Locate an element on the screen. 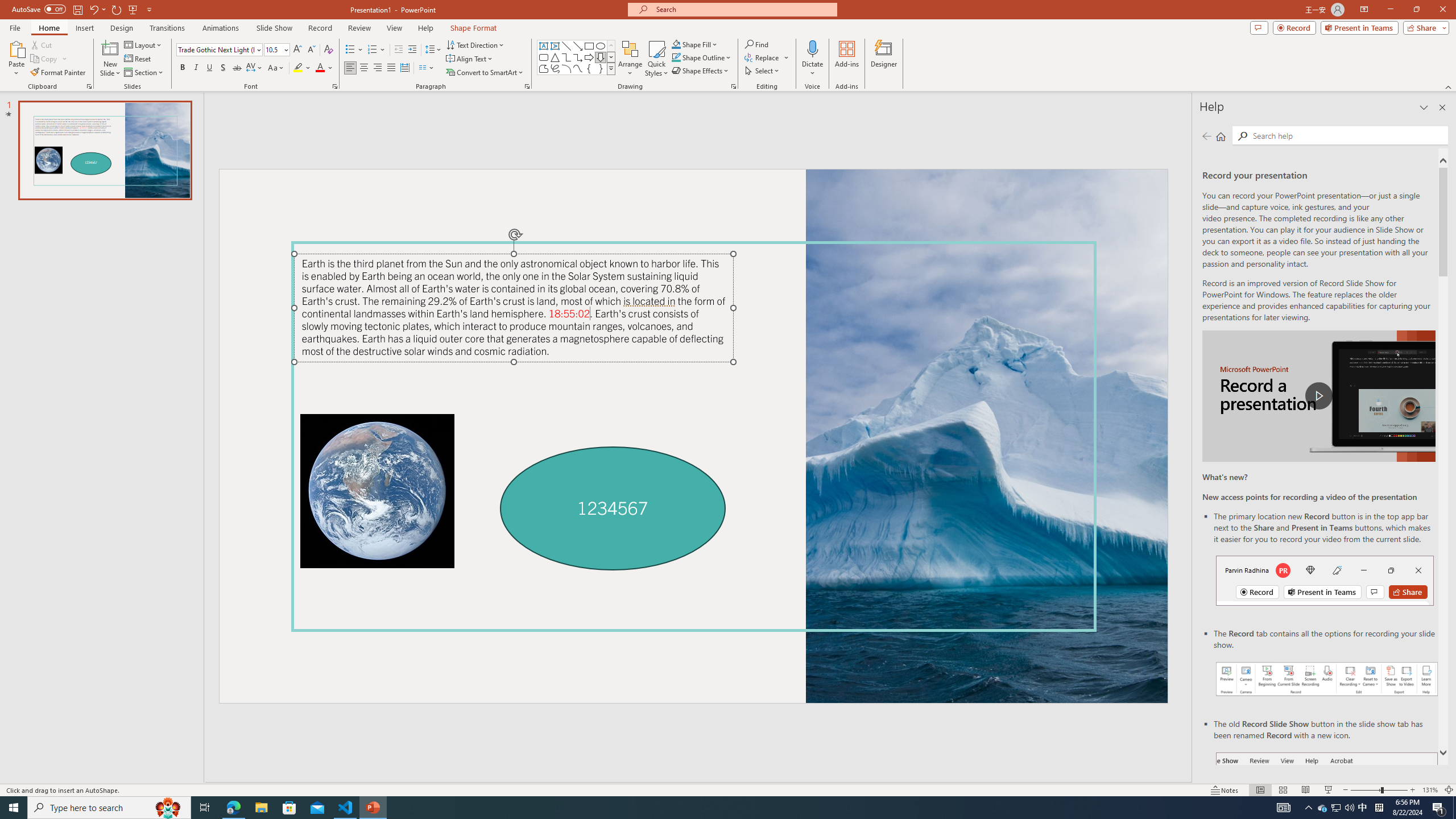  'play Record a Presentation' is located at coordinates (1318, 396).